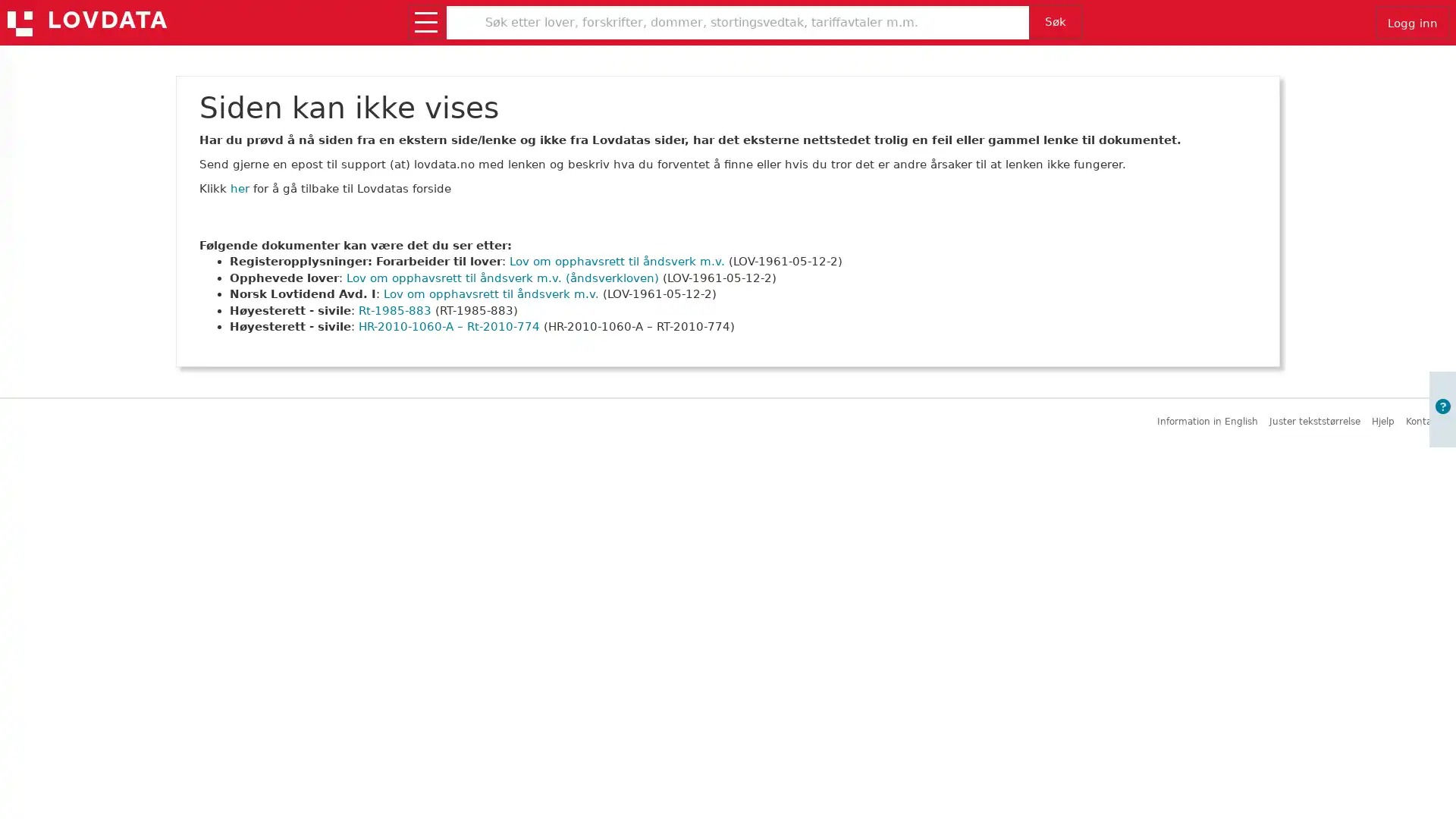 The width and height of the screenshot is (1456, 819). What do you see at coordinates (1054, 22) in the screenshot?
I see `Sk` at bounding box center [1054, 22].